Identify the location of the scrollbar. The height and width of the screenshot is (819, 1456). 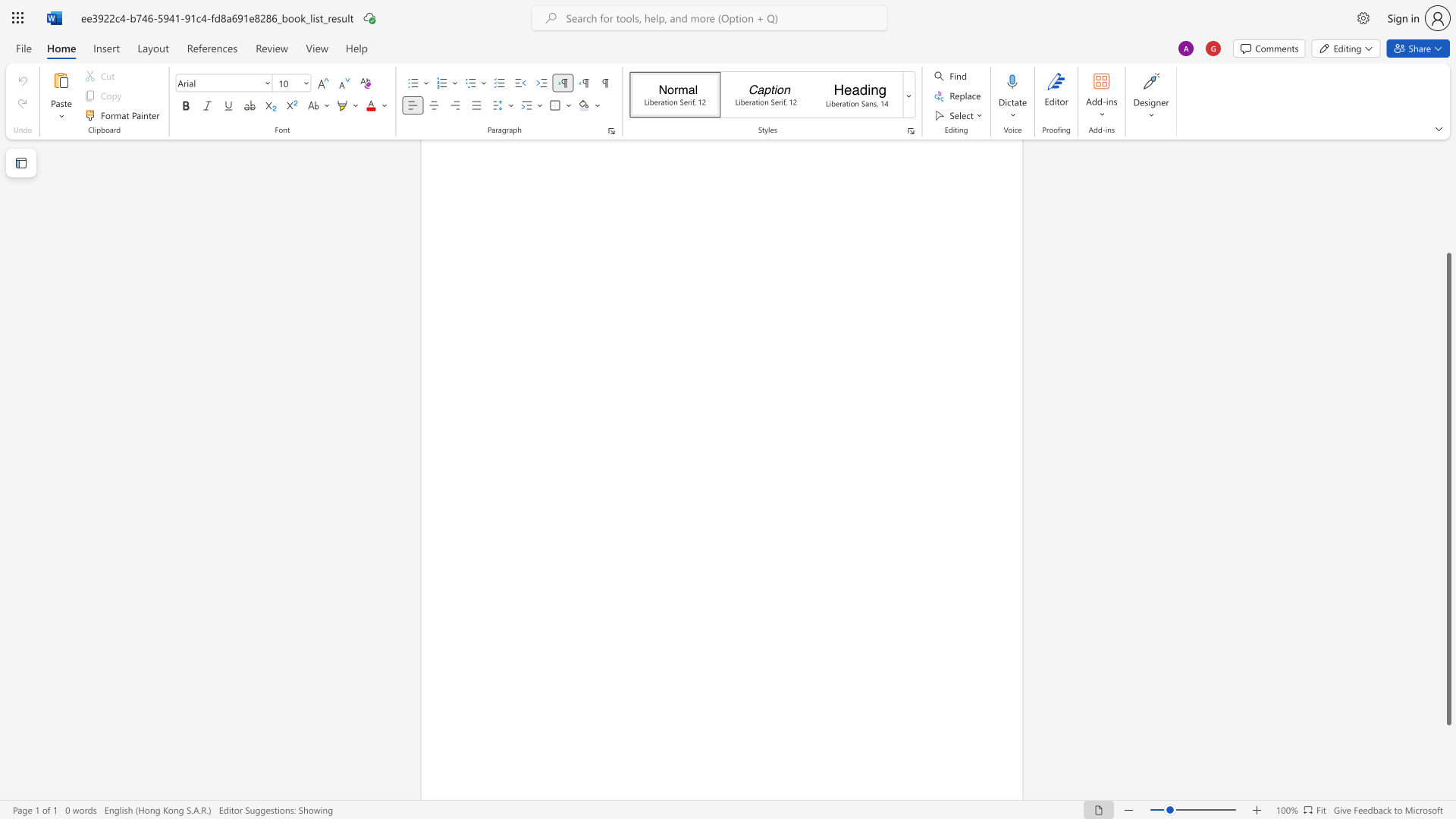
(1448, 196).